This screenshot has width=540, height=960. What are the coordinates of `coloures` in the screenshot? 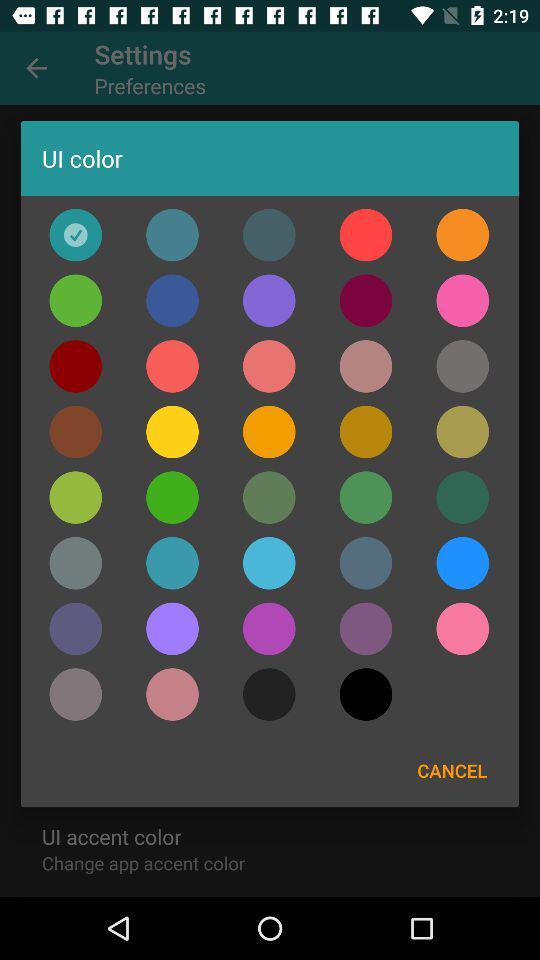 It's located at (365, 563).